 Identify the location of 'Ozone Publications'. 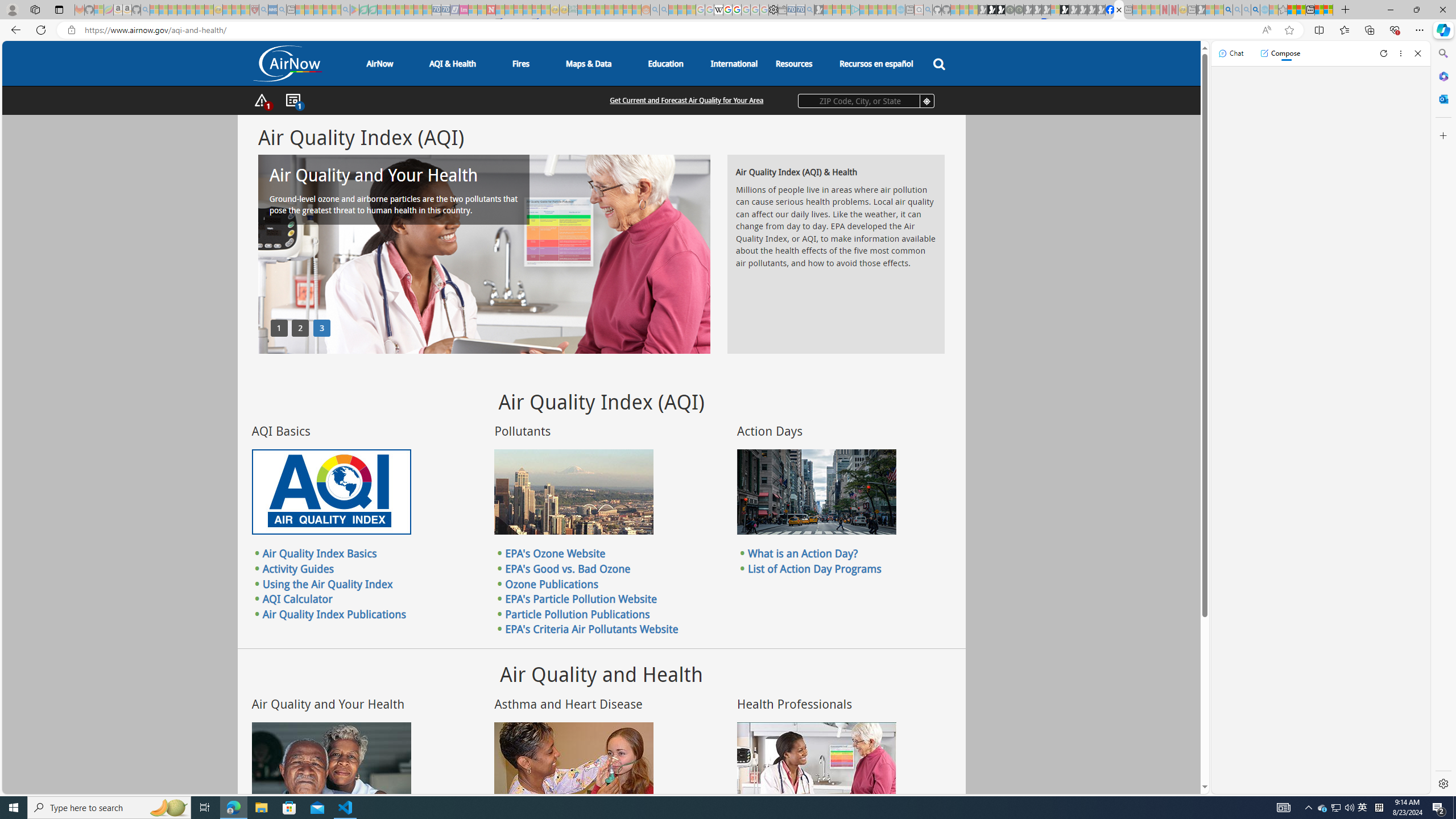
(552, 584).